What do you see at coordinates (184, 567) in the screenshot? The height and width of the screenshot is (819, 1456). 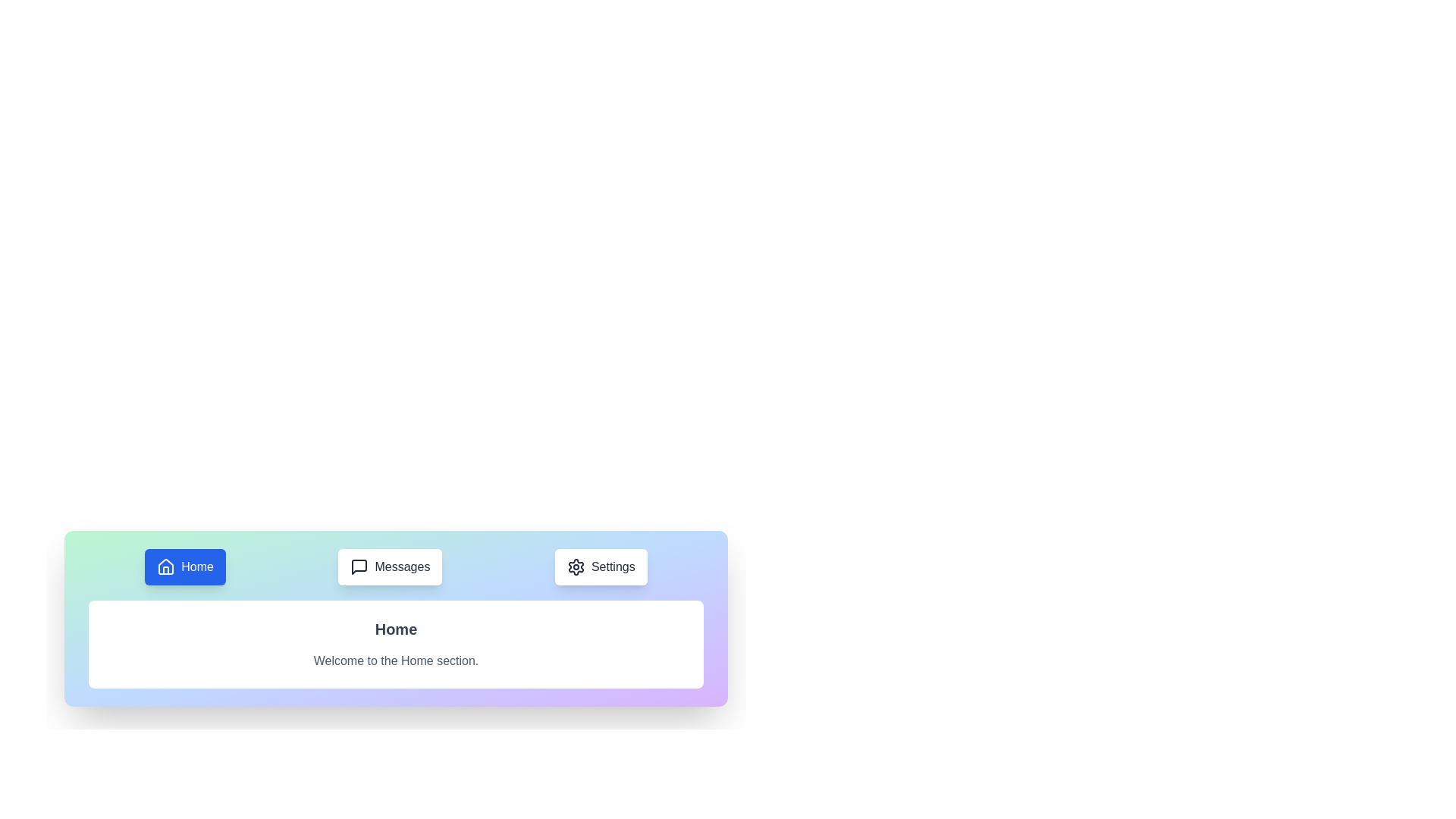 I see `the Home button to observe its hover effect` at bounding box center [184, 567].